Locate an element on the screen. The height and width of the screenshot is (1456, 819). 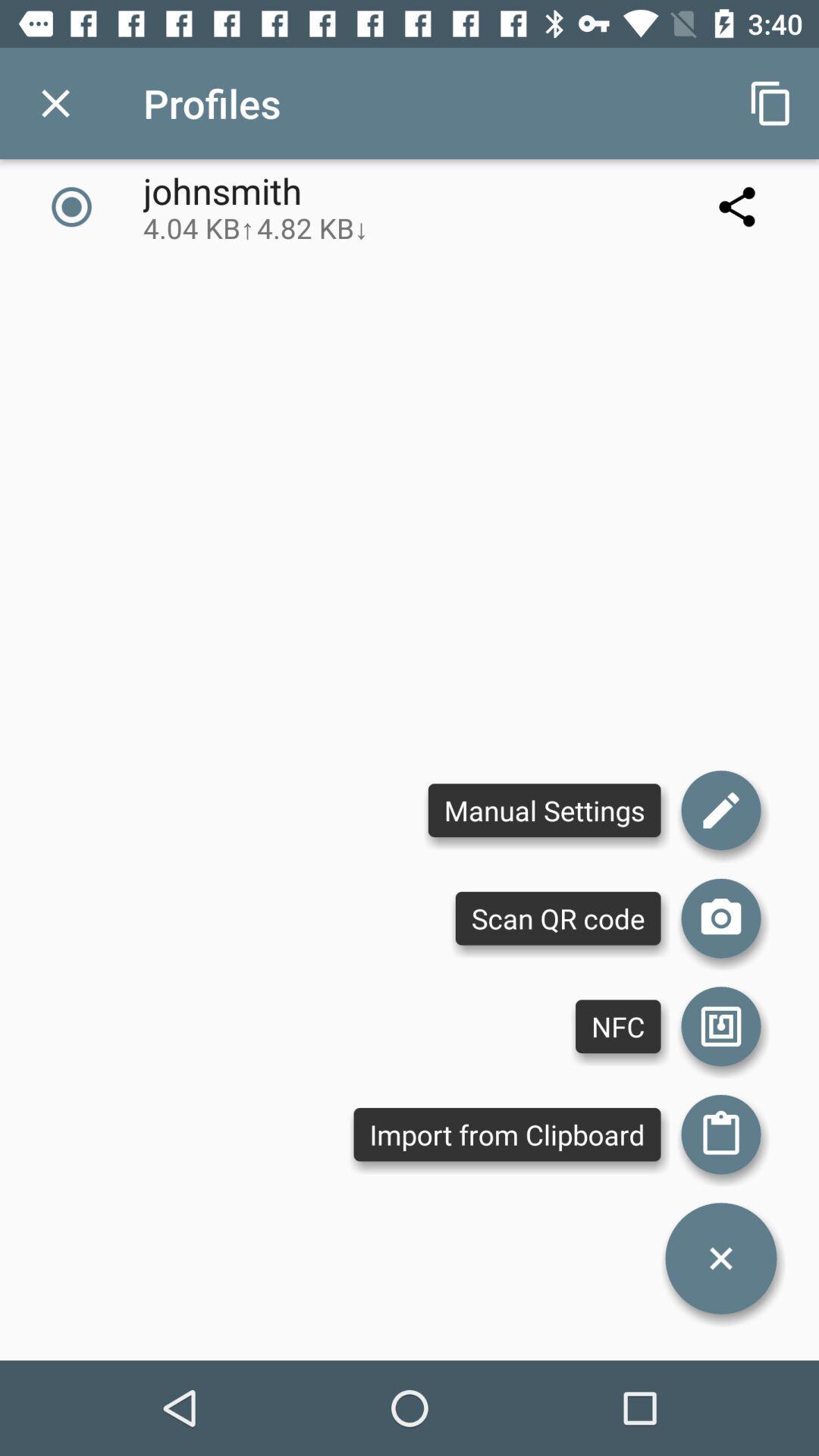
the icon to the right of the manual settings item is located at coordinates (720, 918).